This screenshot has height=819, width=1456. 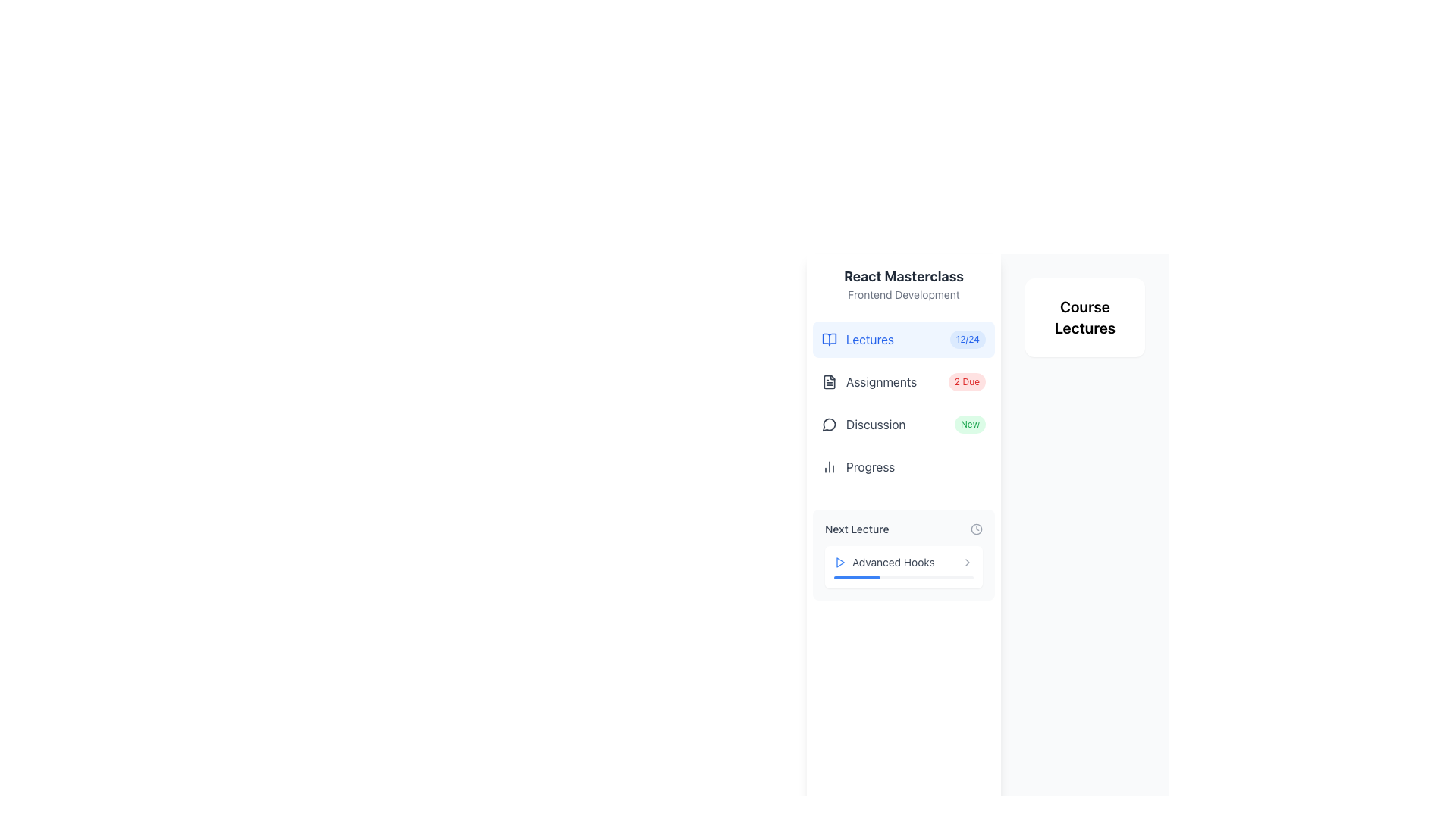 What do you see at coordinates (903, 555) in the screenshot?
I see `the 'Next Lecture' informational panel located` at bounding box center [903, 555].